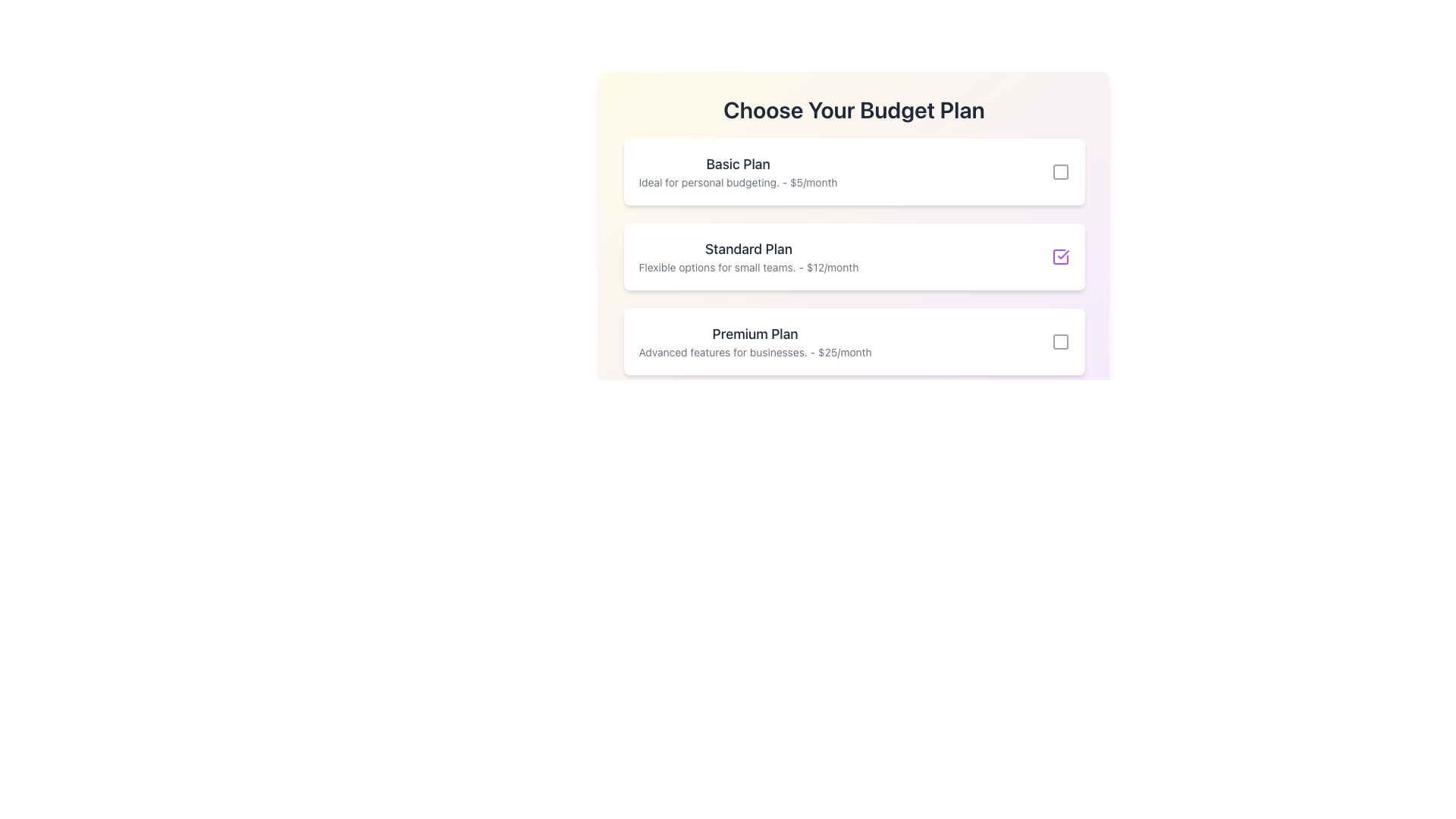 This screenshot has width=1456, height=819. Describe the element at coordinates (1059, 171) in the screenshot. I see `the checkbox located at the far right of the 'Basic Plan' section` at that location.